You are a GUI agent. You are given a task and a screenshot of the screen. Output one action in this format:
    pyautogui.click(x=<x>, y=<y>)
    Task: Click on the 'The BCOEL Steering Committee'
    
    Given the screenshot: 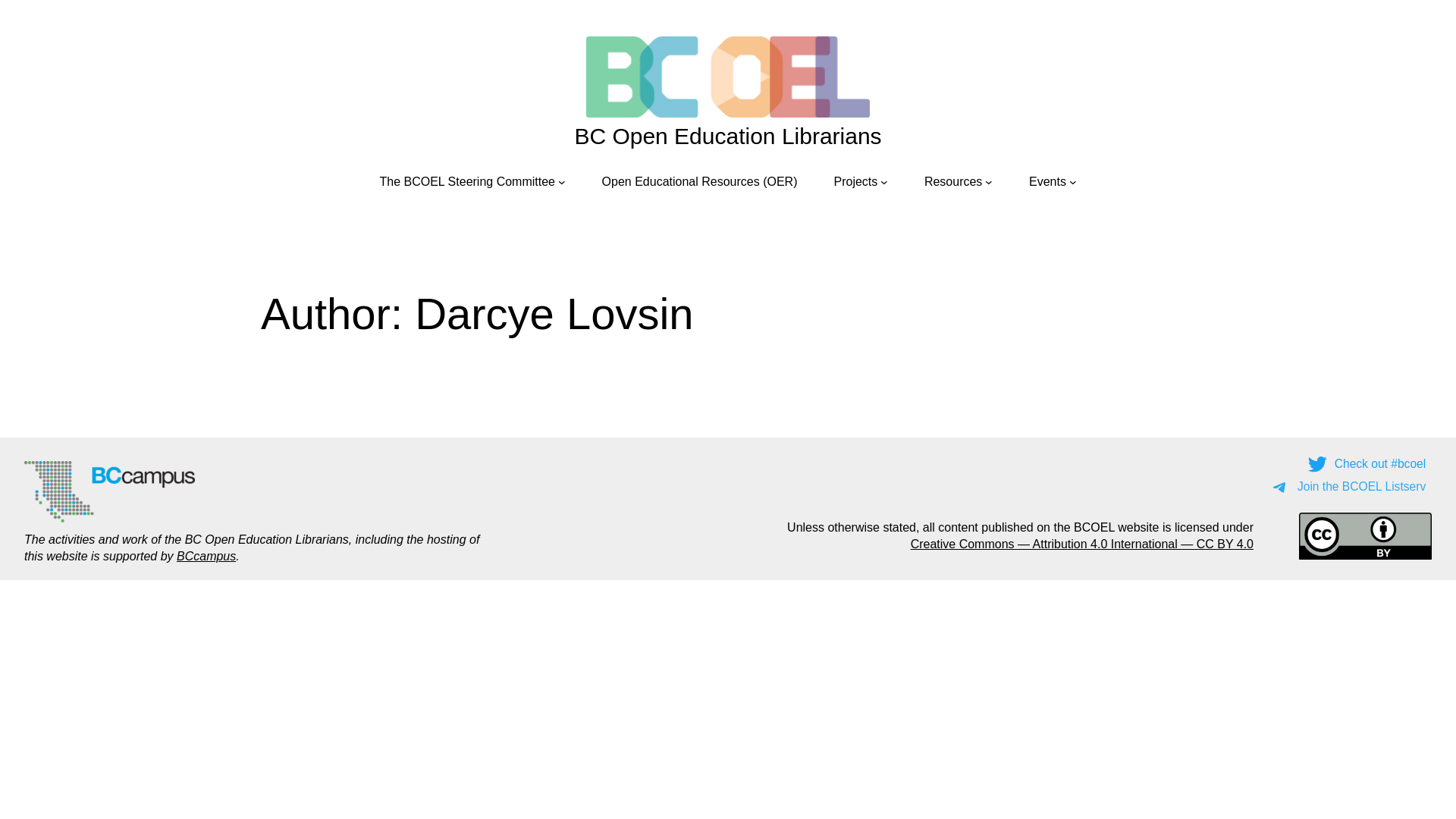 What is the action you would take?
    pyautogui.click(x=466, y=180)
    